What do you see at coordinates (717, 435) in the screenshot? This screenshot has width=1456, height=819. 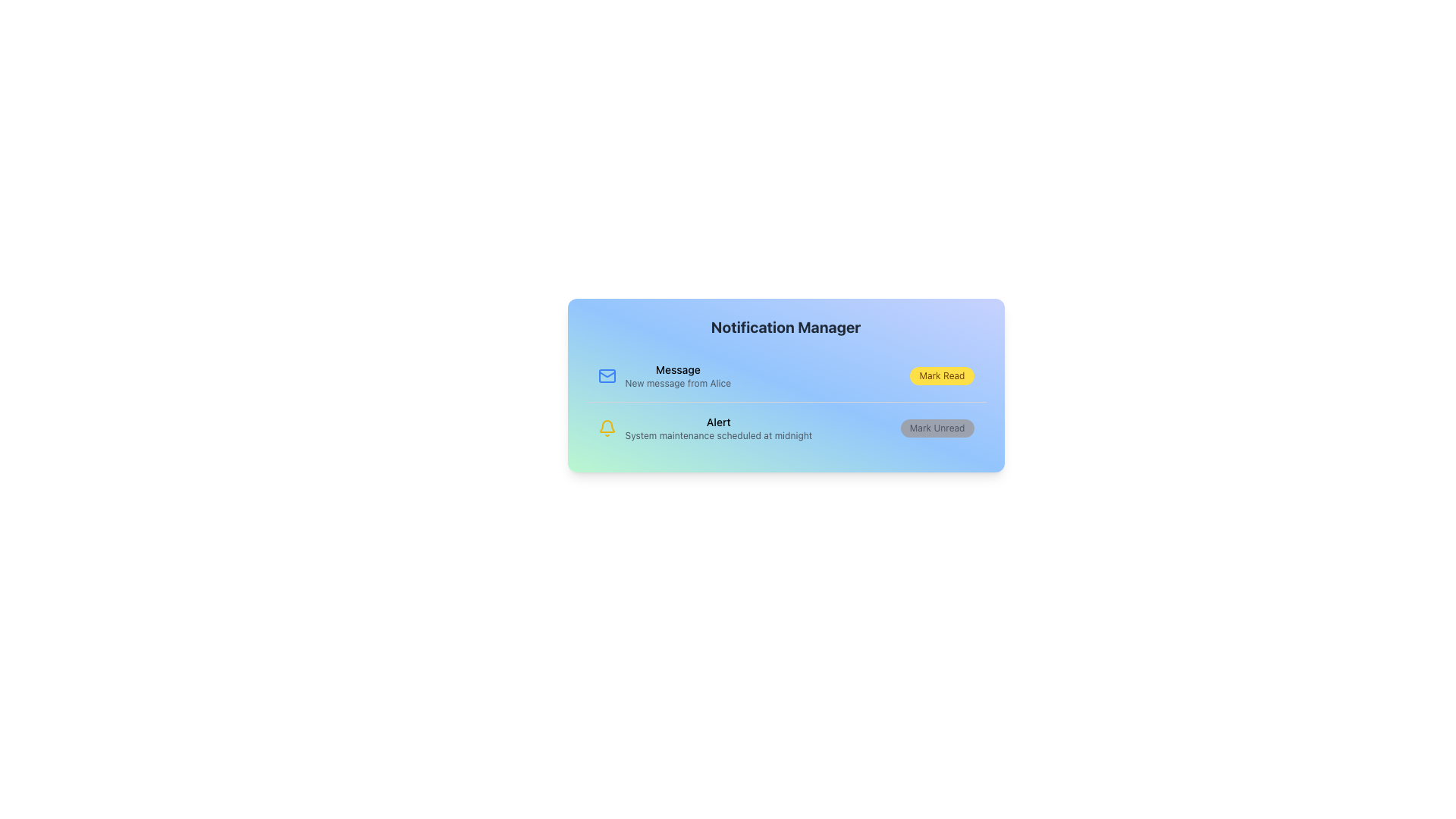 I see `the Static Text element that informs users about an upcoming system maintenance event, which is positioned below the 'Alert' title in the notification box` at bounding box center [717, 435].